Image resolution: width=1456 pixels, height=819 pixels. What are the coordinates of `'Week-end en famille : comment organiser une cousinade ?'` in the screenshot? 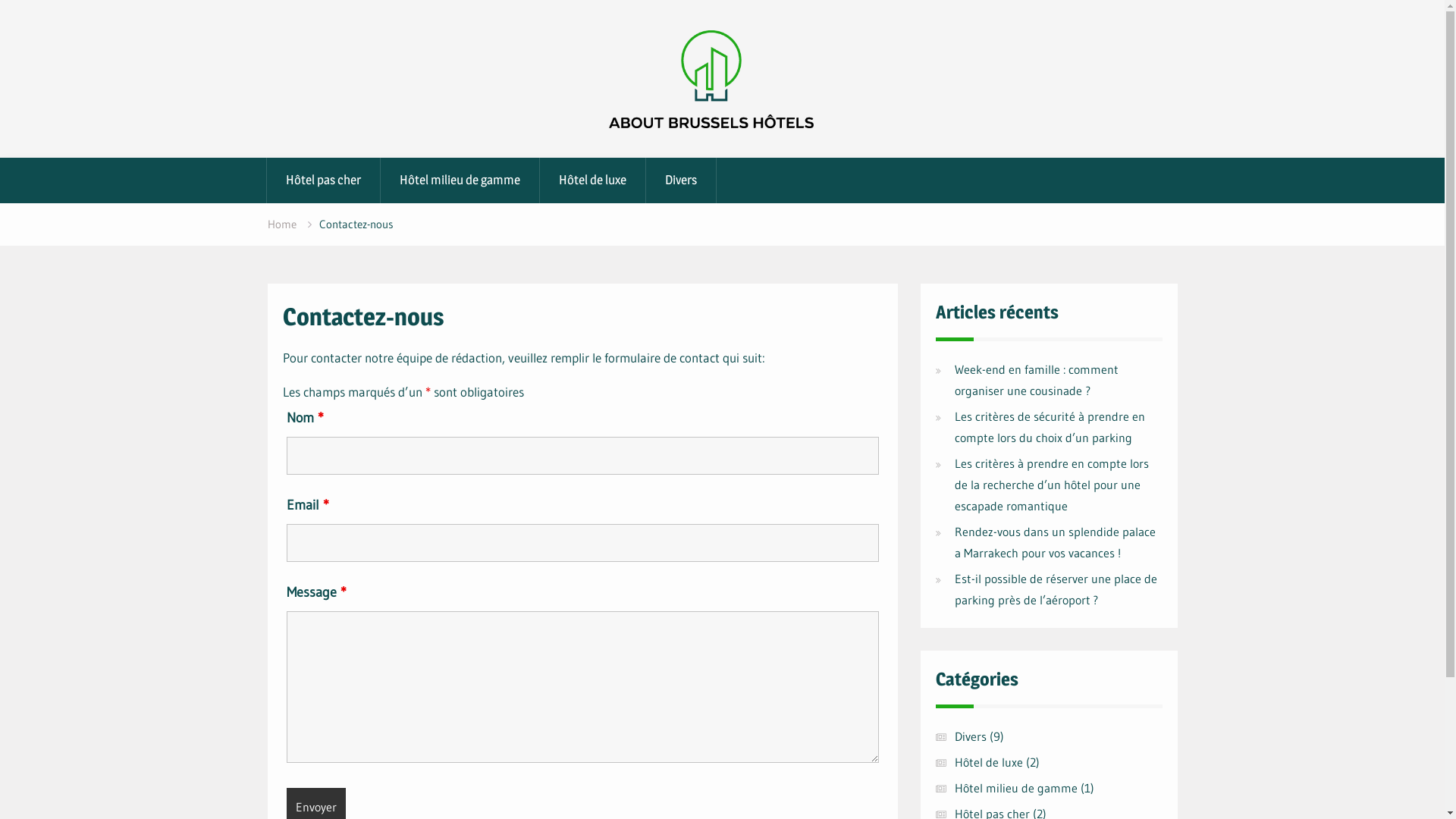 It's located at (1035, 379).